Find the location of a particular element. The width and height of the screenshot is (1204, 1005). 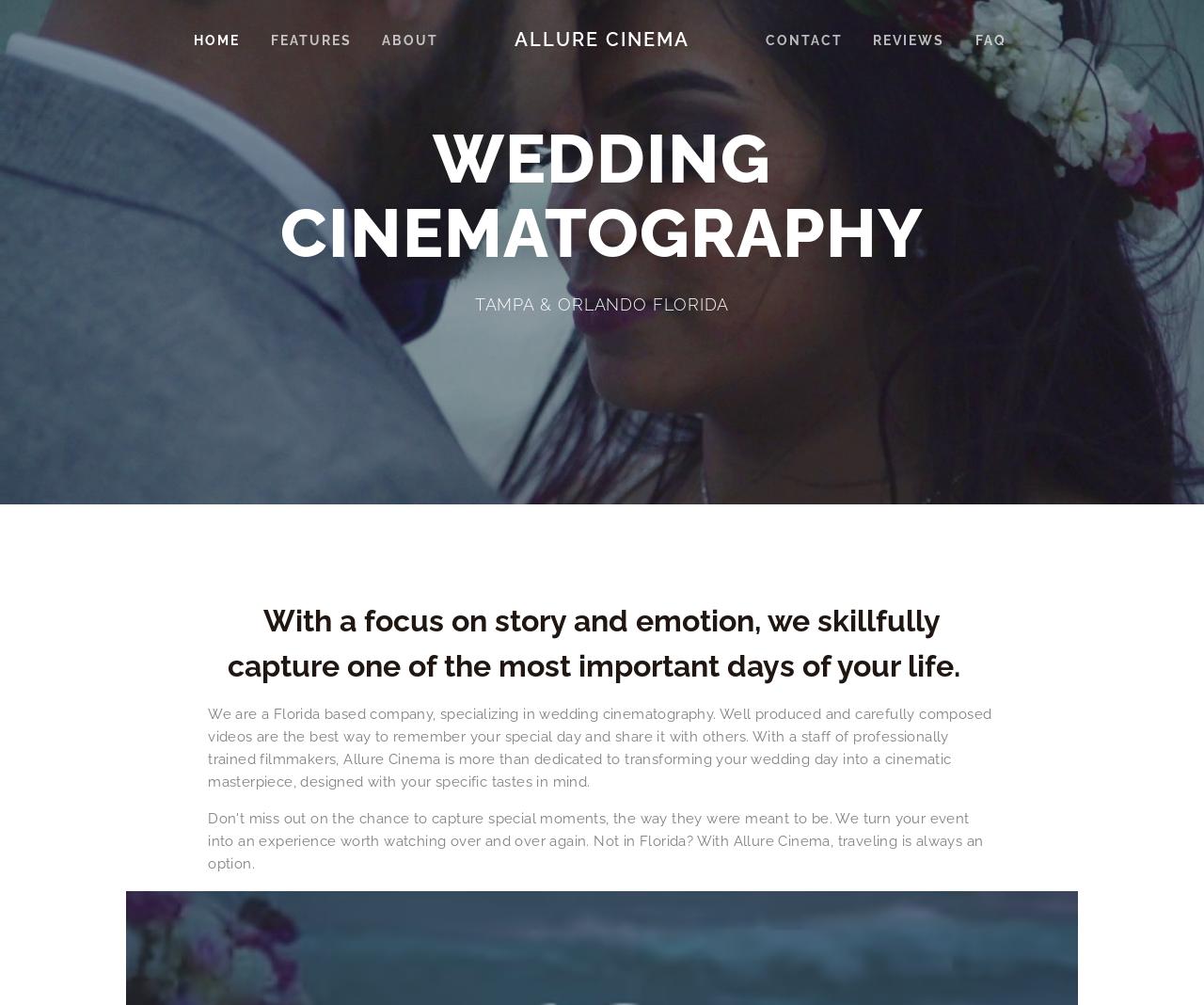

'Reviews' is located at coordinates (872, 38).